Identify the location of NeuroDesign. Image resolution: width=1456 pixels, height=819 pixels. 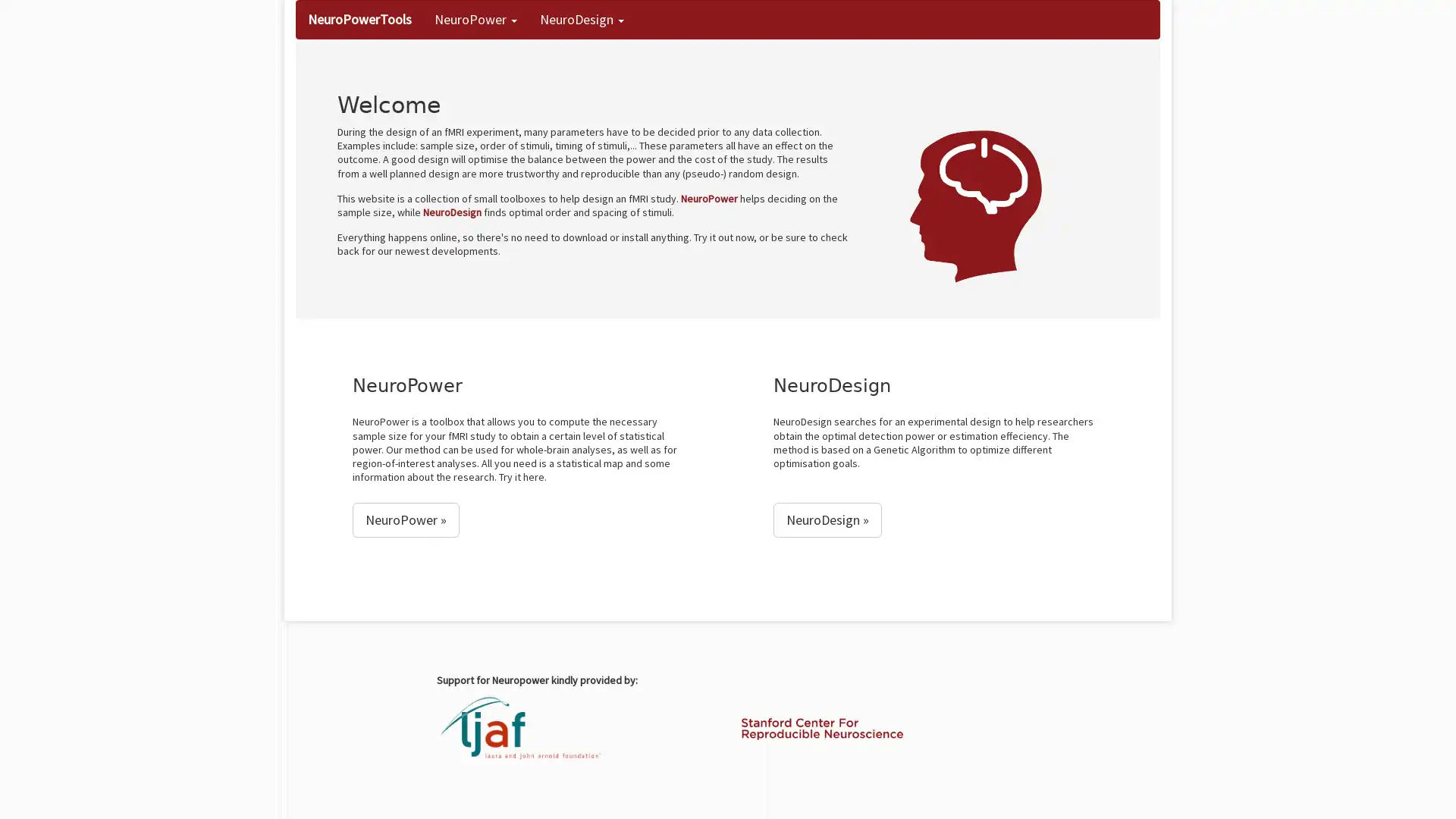
(827, 519).